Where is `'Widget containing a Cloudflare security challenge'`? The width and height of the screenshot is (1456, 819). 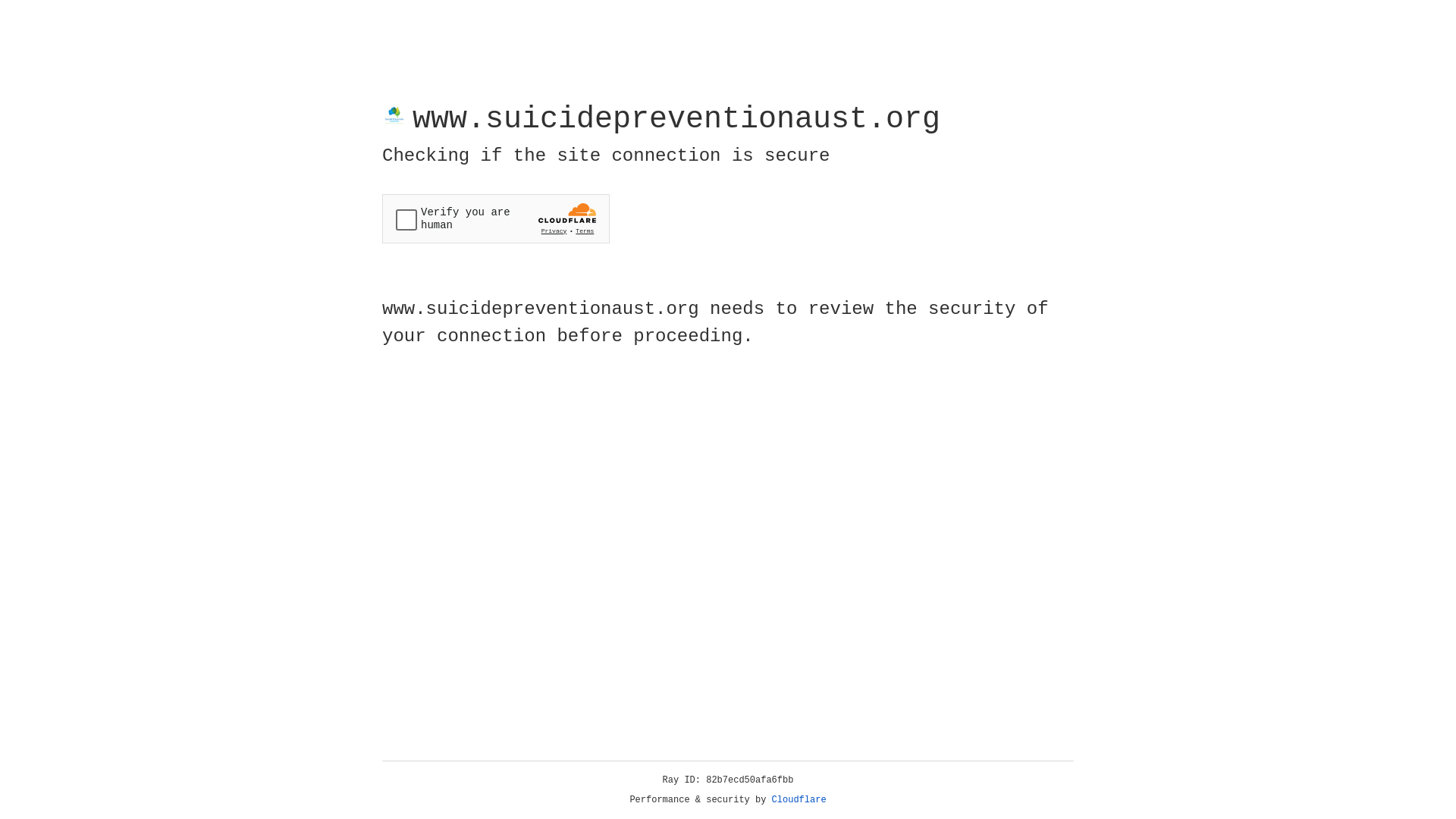
'Widget containing a Cloudflare security challenge' is located at coordinates (495, 218).